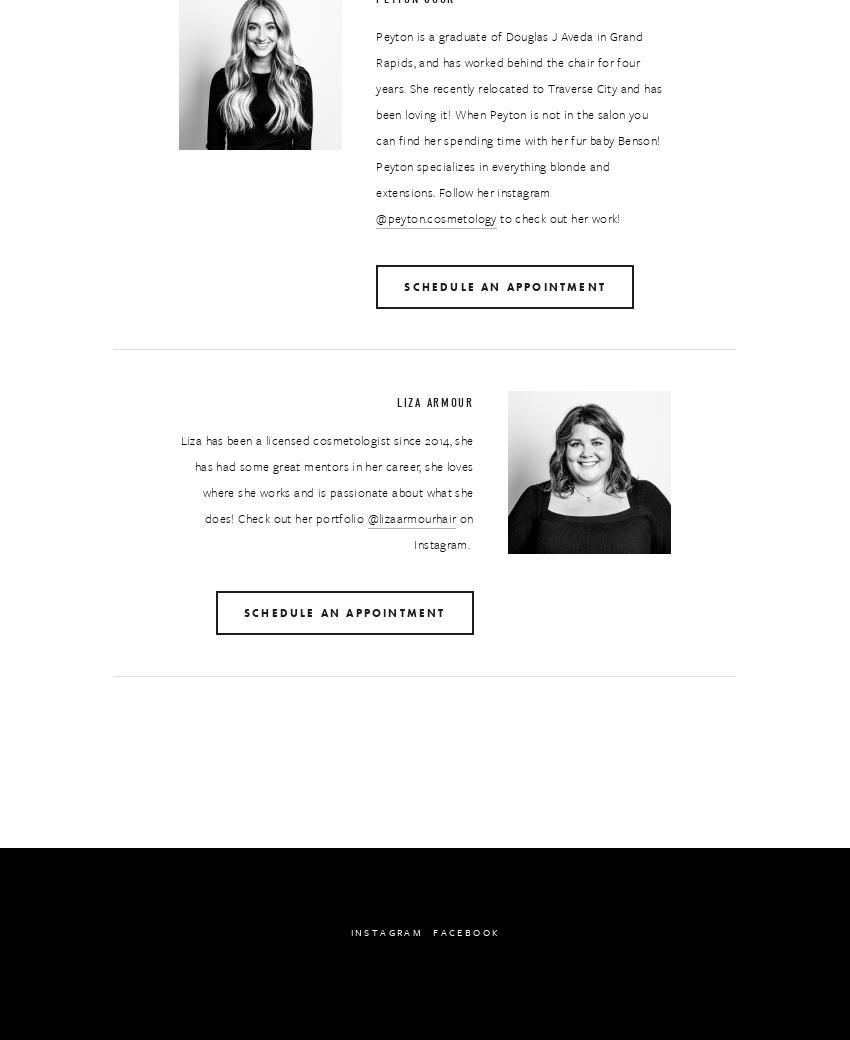 The width and height of the screenshot is (850, 1040). Describe the element at coordinates (366, 518) in the screenshot. I see `'@lizaarmourhair'` at that location.